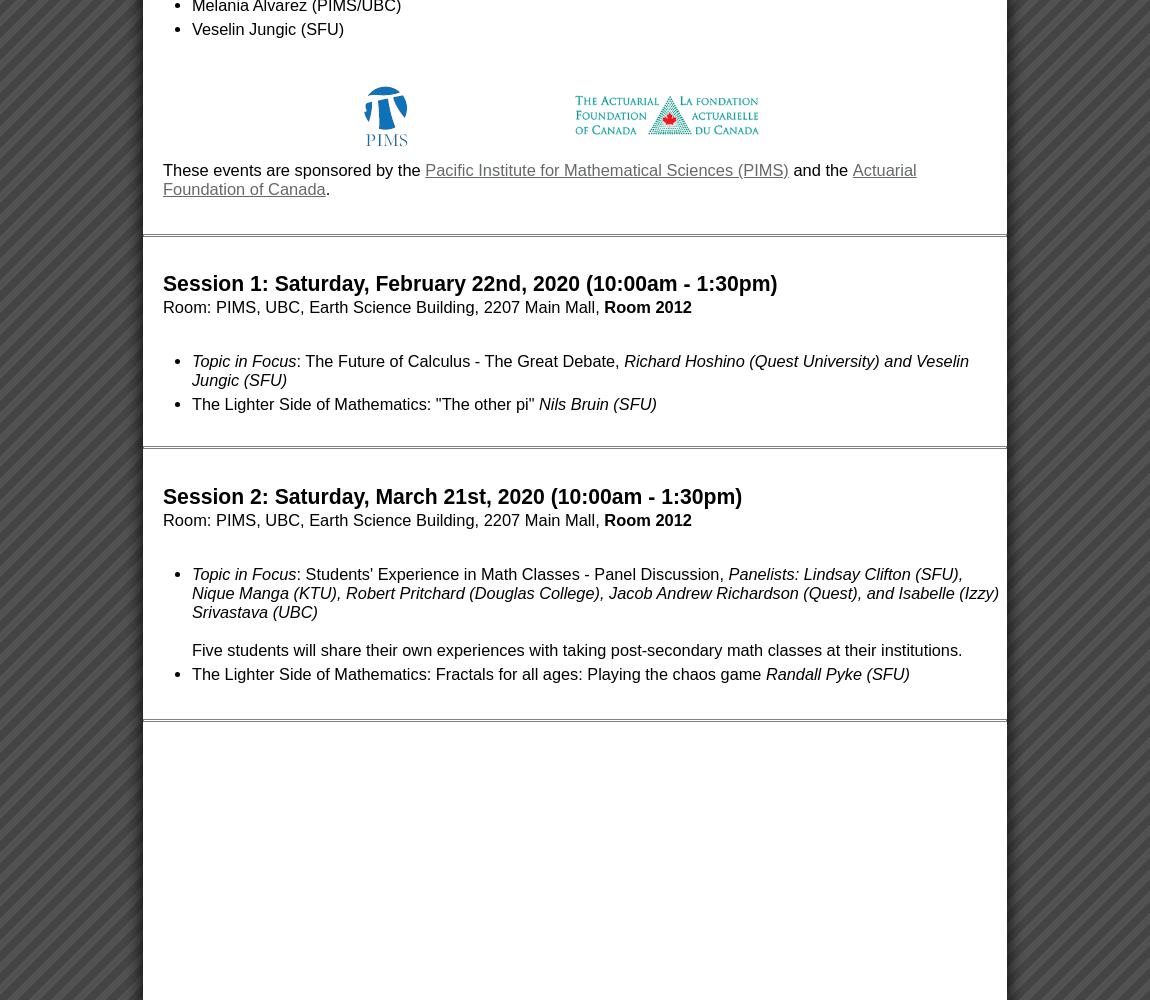 The height and width of the screenshot is (1000, 1150). What do you see at coordinates (296, 360) in the screenshot?
I see `': The Future of Calculus - The Great Debate,'` at bounding box center [296, 360].